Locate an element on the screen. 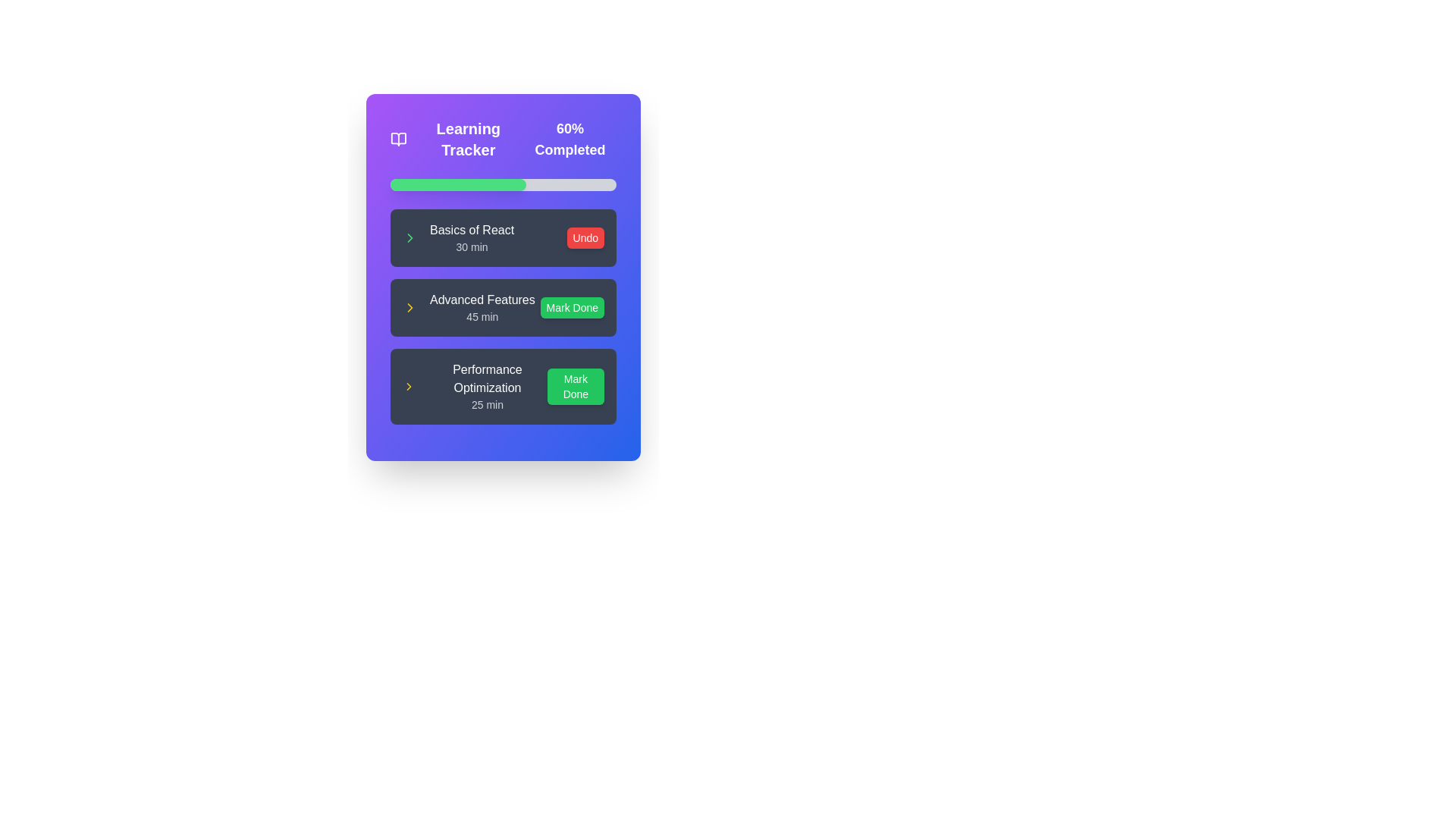  the horizontal progress bar located below the 'Learning Tracker' title and '60% Completed' indicator, which is styled with a gray background and a green filled portion is located at coordinates (503, 184).